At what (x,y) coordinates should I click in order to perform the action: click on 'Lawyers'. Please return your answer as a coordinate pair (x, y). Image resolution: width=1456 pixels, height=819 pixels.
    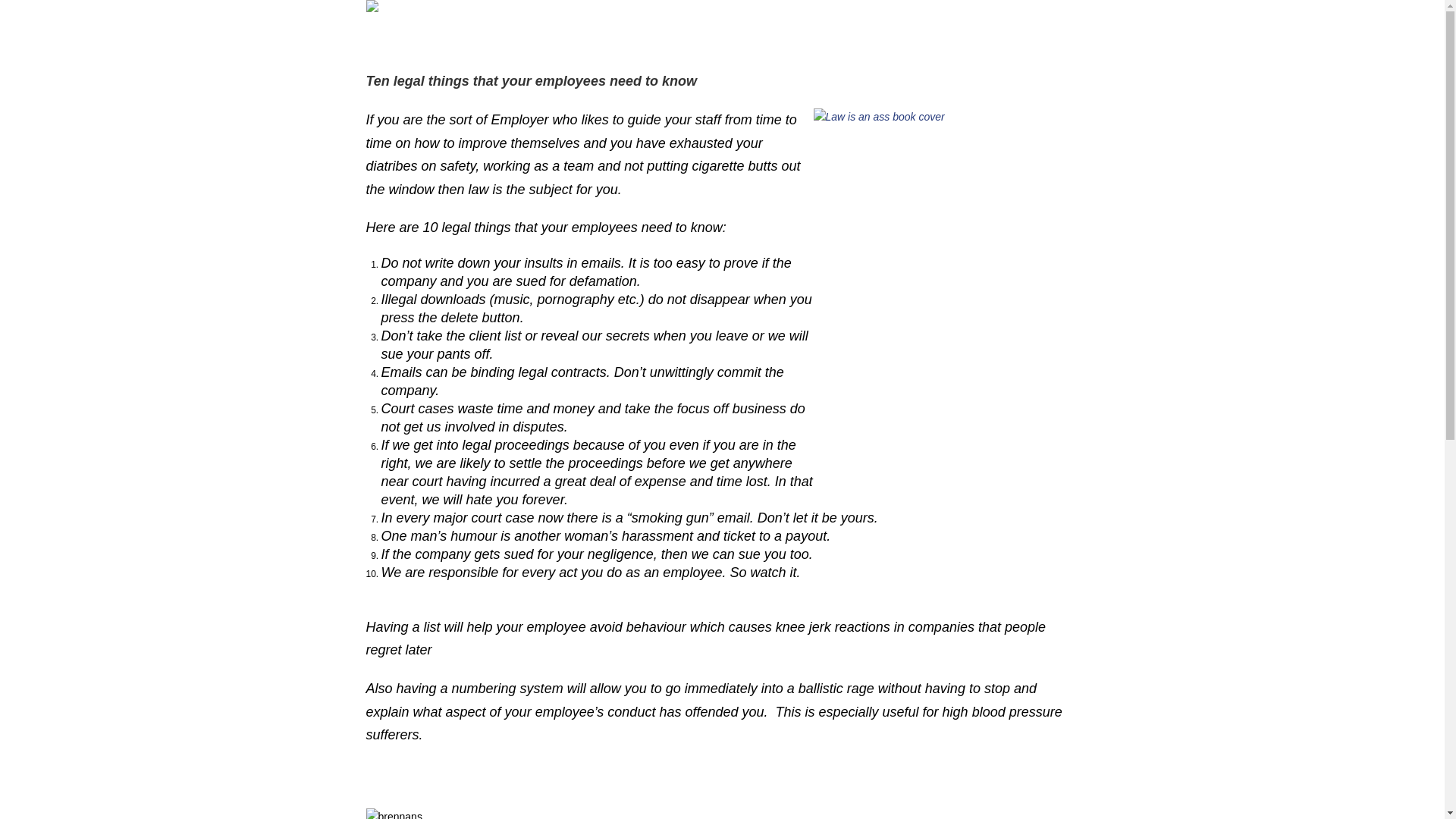
    Looking at the image, I should click on (723, 32).